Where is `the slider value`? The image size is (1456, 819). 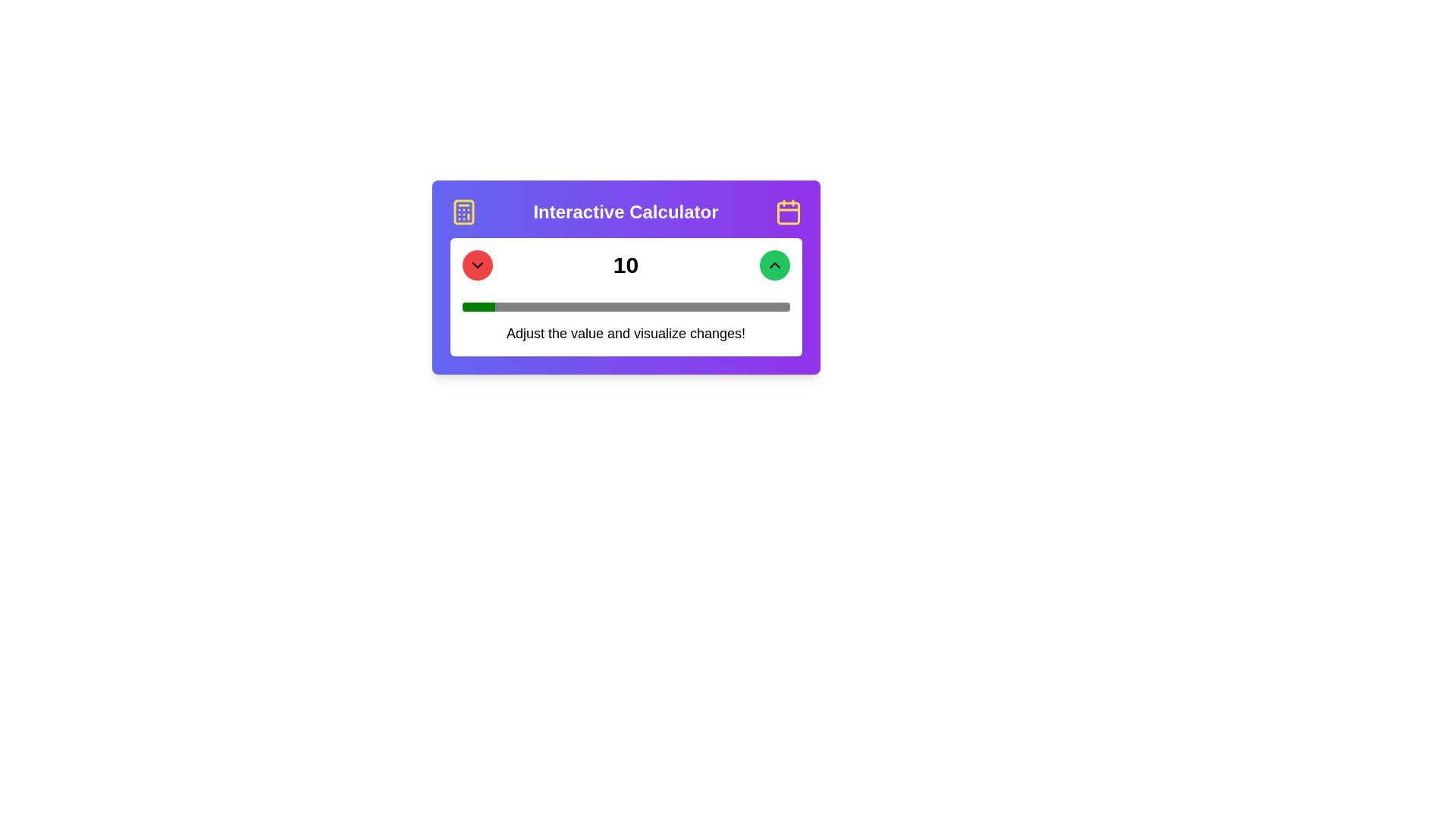 the slider value is located at coordinates (710, 307).